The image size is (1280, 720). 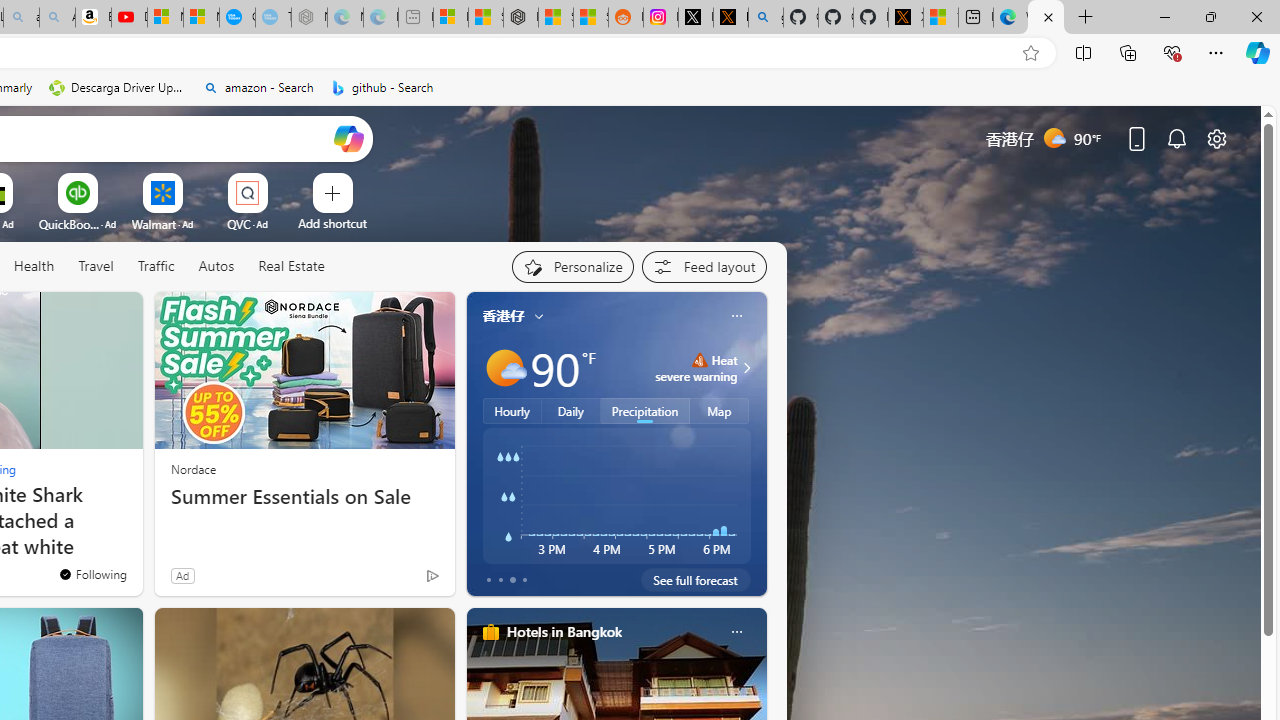 What do you see at coordinates (1209, 16) in the screenshot?
I see `'Restore'` at bounding box center [1209, 16].